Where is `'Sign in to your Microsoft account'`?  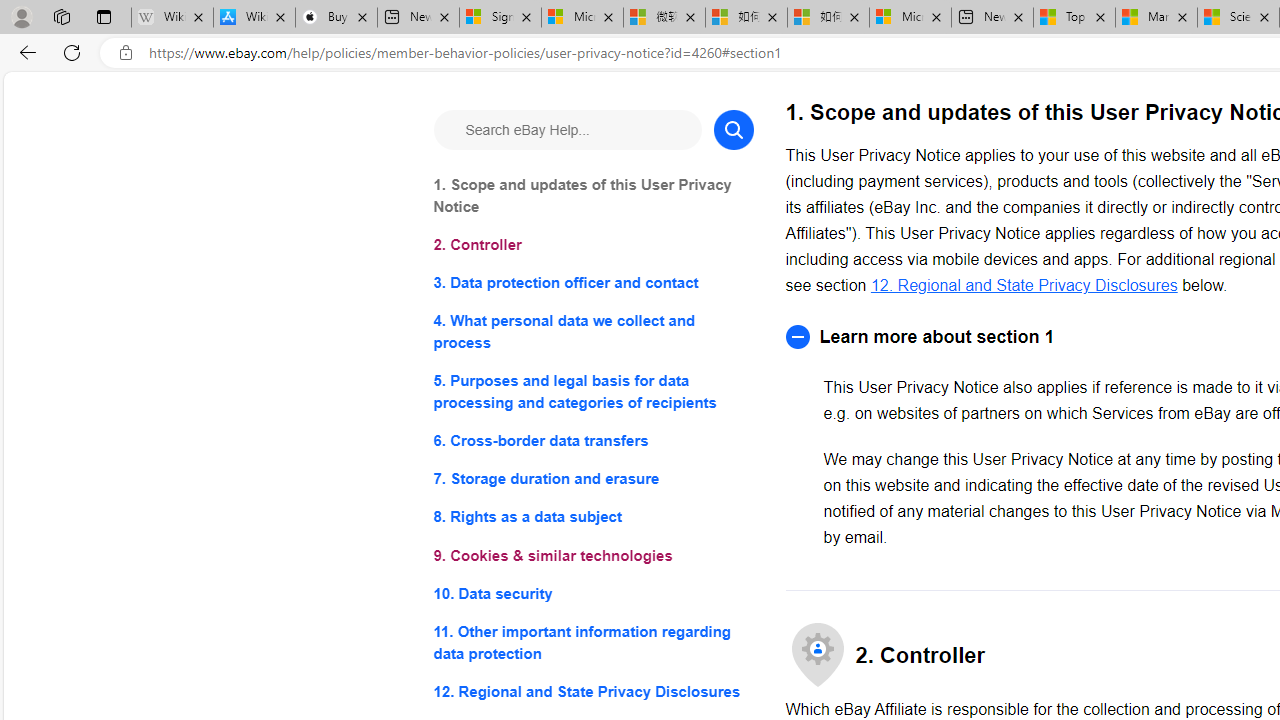 'Sign in to your Microsoft account' is located at coordinates (500, 17).